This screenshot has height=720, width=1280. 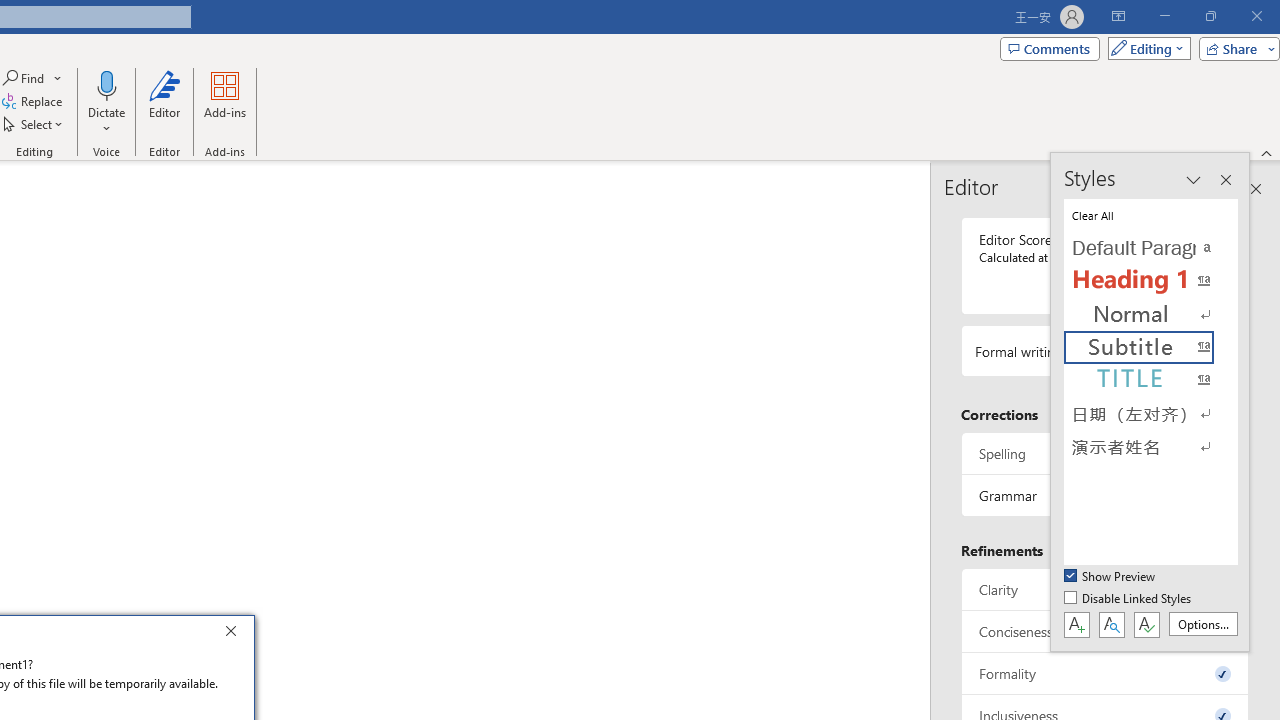 I want to click on 'Editing', so click(x=1144, y=47).